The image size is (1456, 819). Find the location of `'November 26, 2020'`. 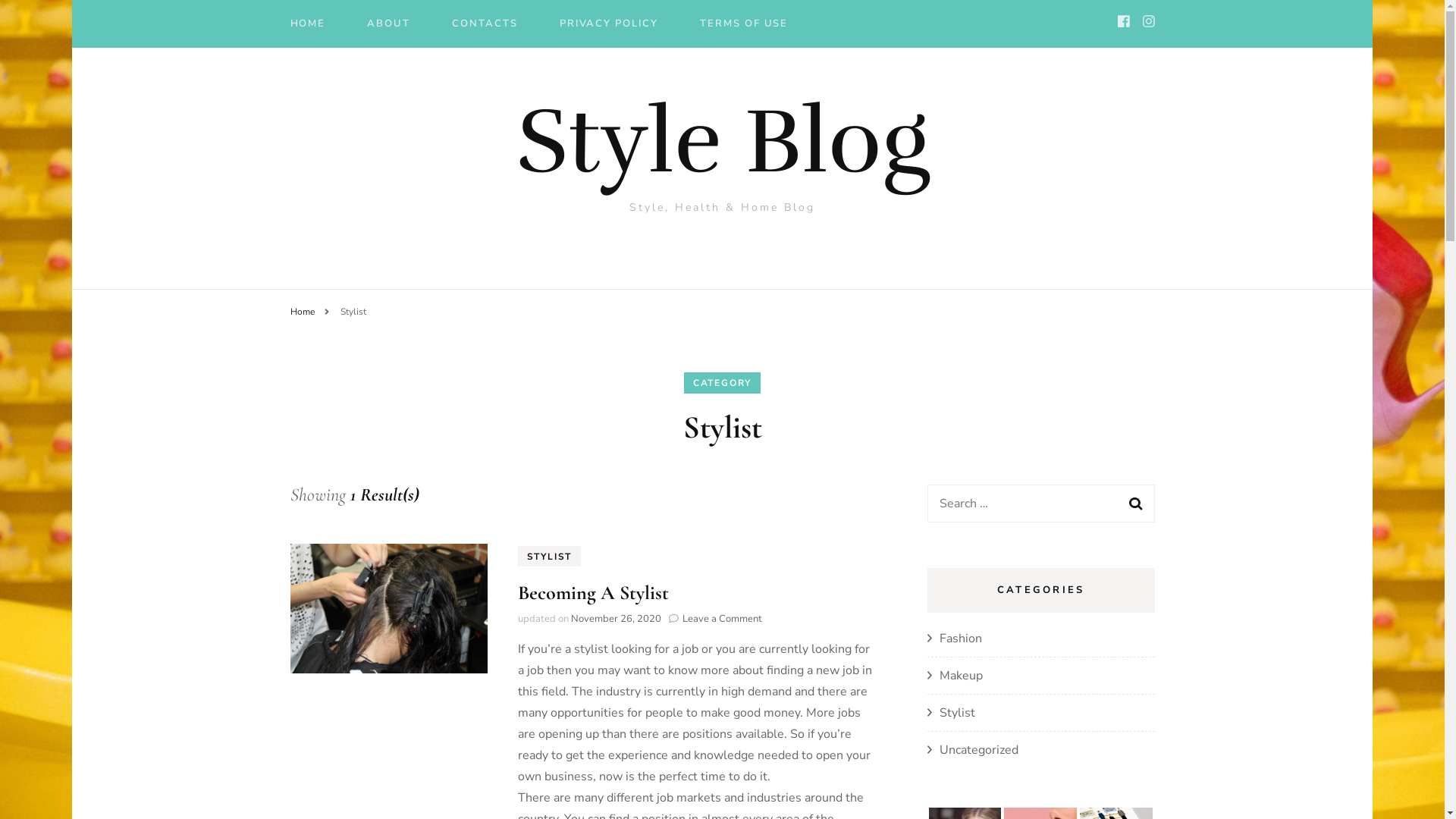

'November 26, 2020' is located at coordinates (570, 619).